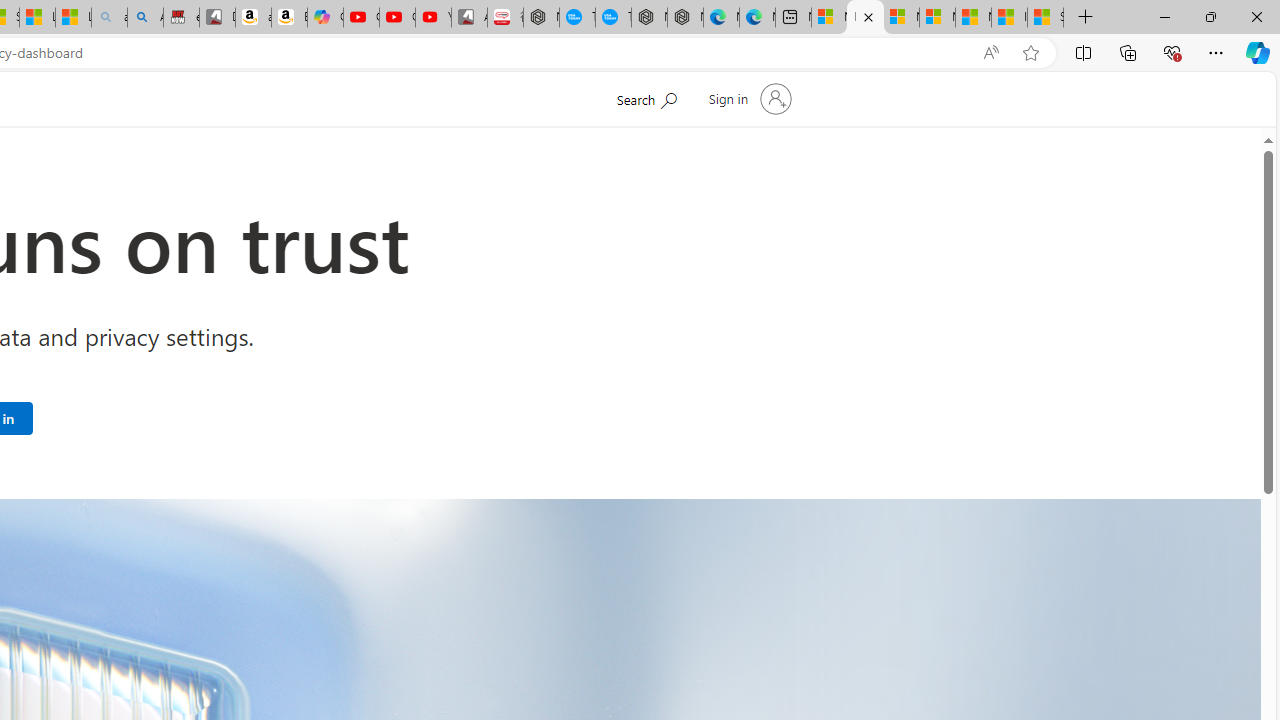 This screenshot has width=1280, height=720. What do you see at coordinates (865, 17) in the screenshot?
I see `'Microsoft account | Microsoft Account Privacy Settings'` at bounding box center [865, 17].